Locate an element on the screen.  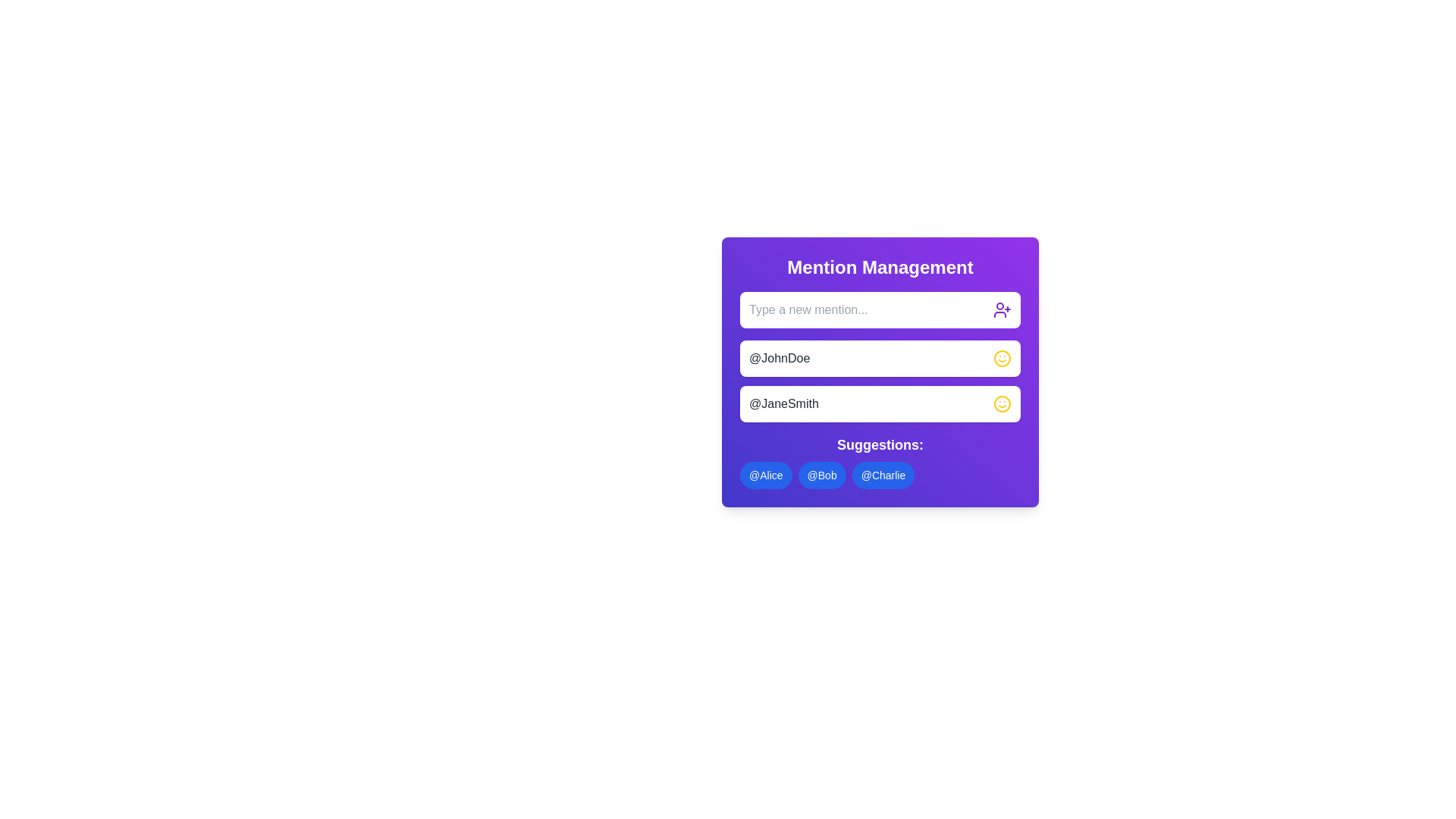
the emotional indicator icon associated with '@JohnDoe' is located at coordinates (1002, 359).